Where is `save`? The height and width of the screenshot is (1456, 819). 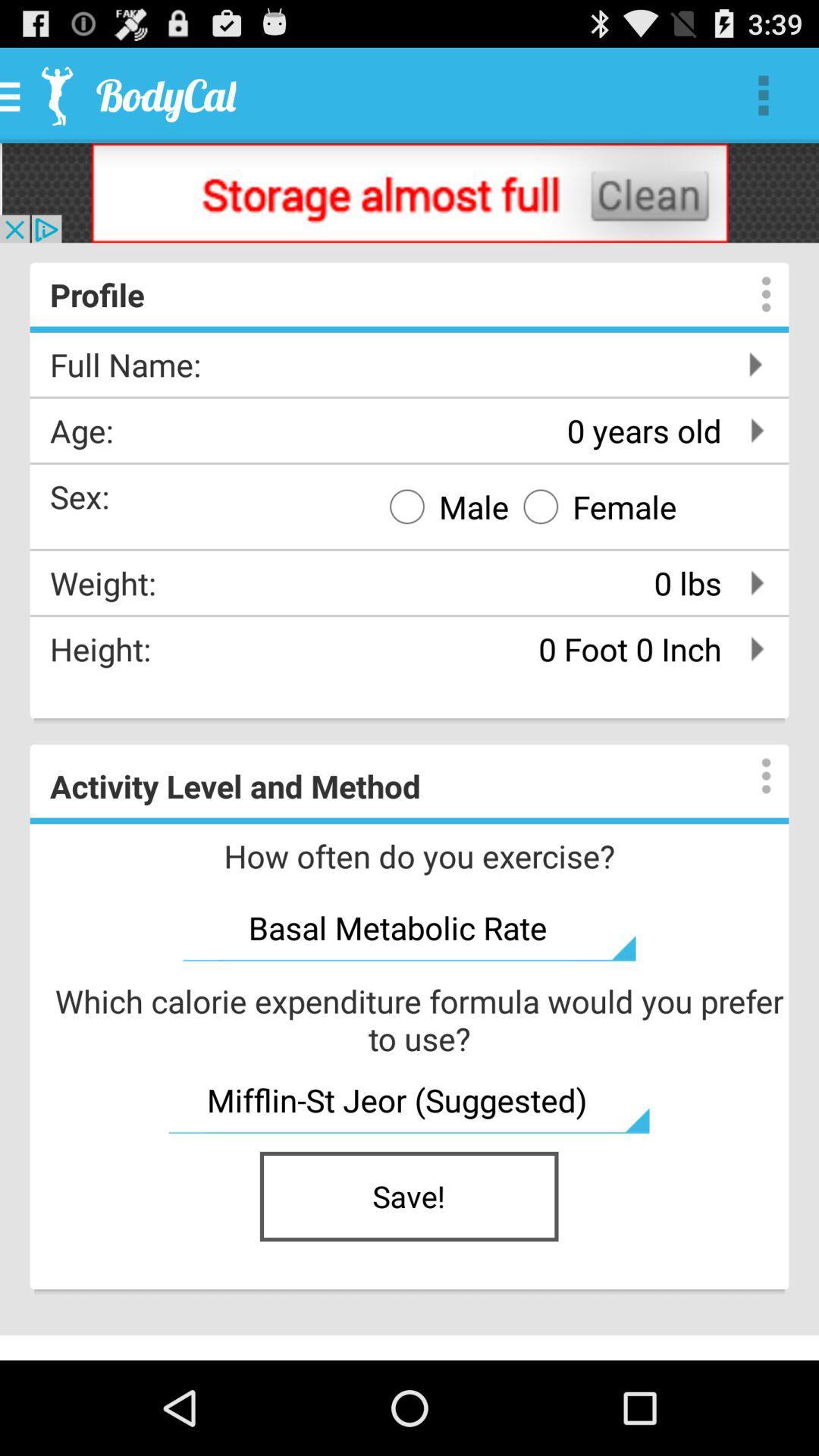 save is located at coordinates (409, 1196).